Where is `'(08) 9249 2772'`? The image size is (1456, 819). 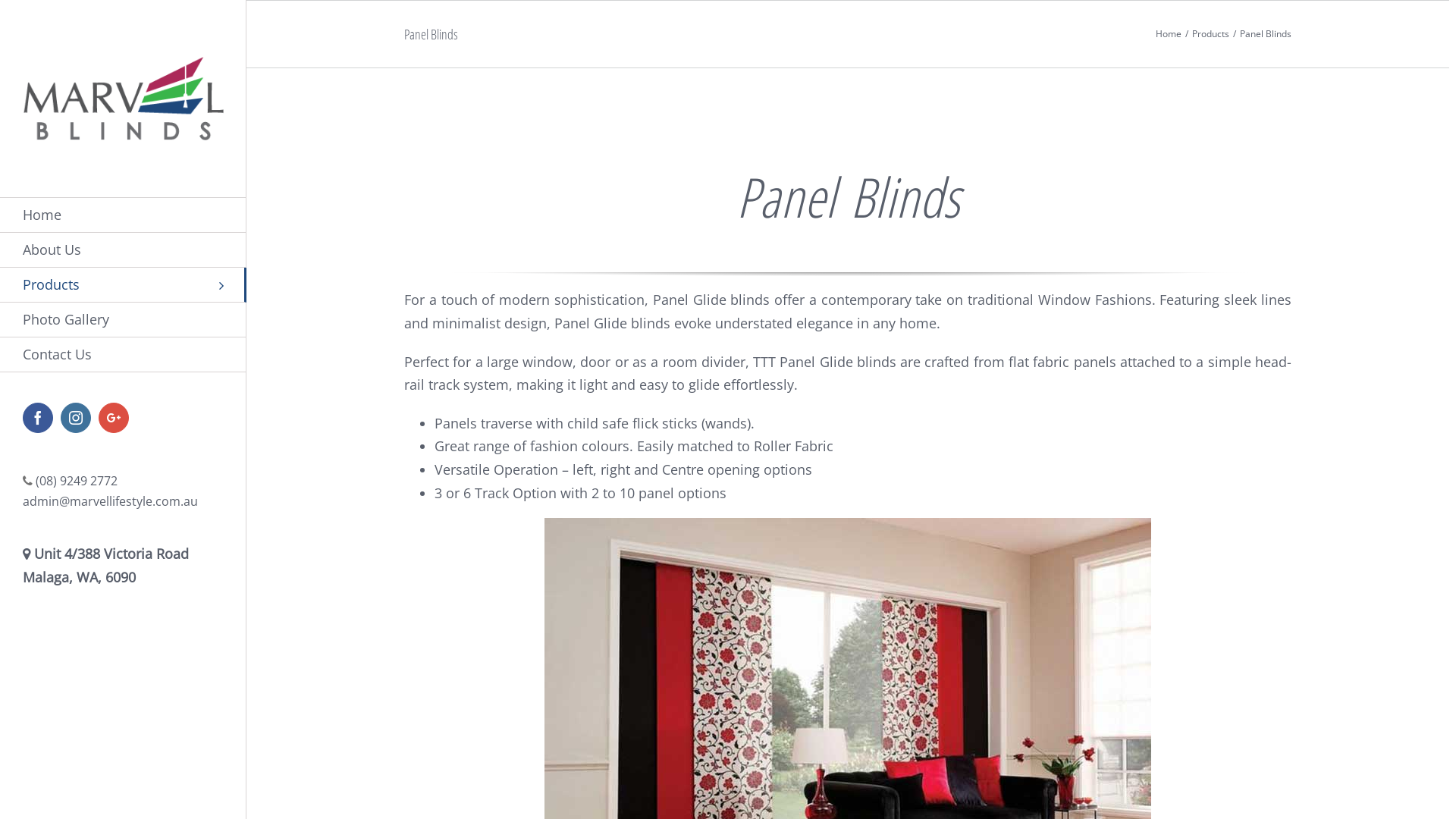
'(08) 9249 2772' is located at coordinates (36, 480).